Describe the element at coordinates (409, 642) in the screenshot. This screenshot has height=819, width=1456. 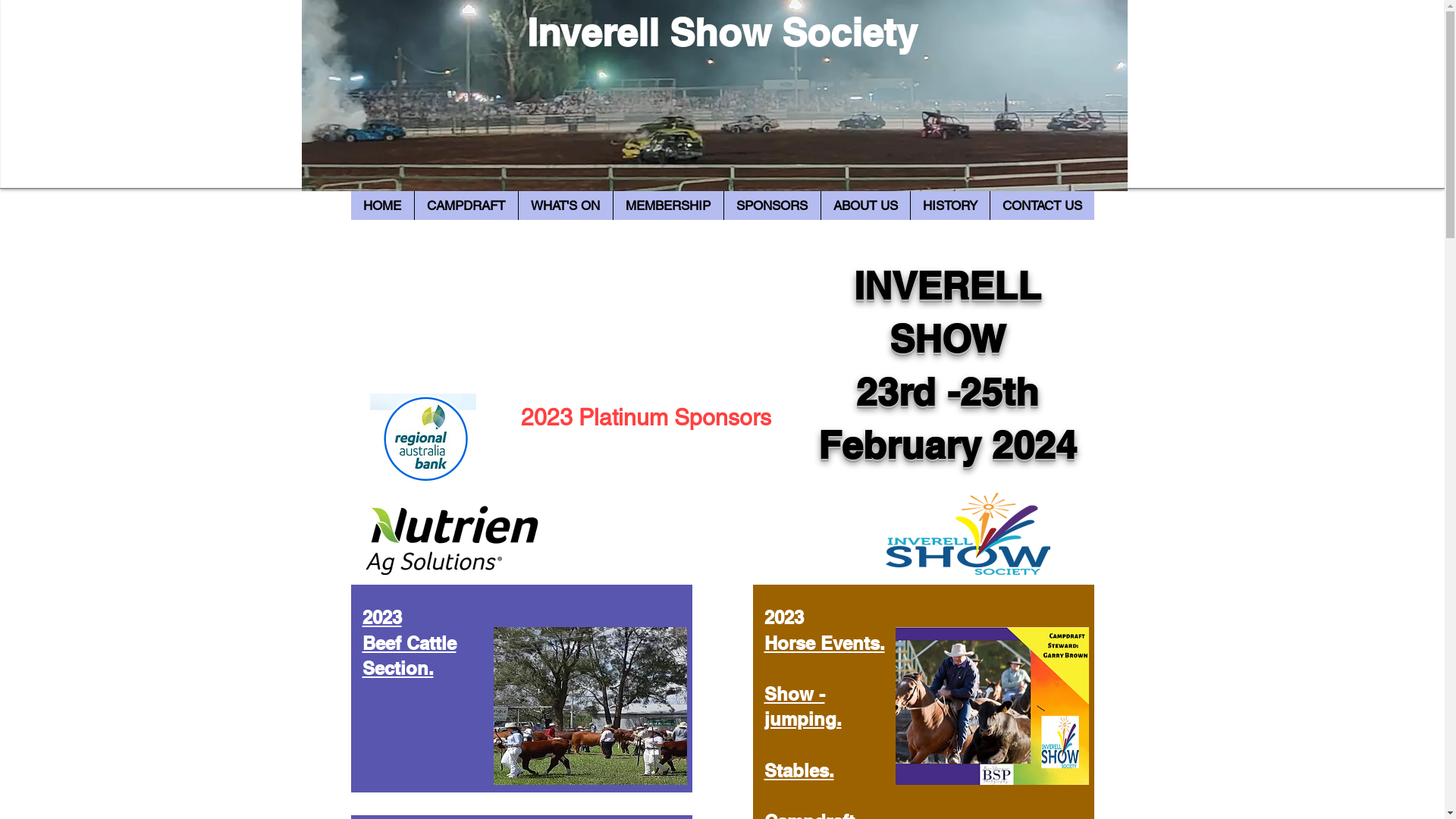
I see `'2023` at that location.